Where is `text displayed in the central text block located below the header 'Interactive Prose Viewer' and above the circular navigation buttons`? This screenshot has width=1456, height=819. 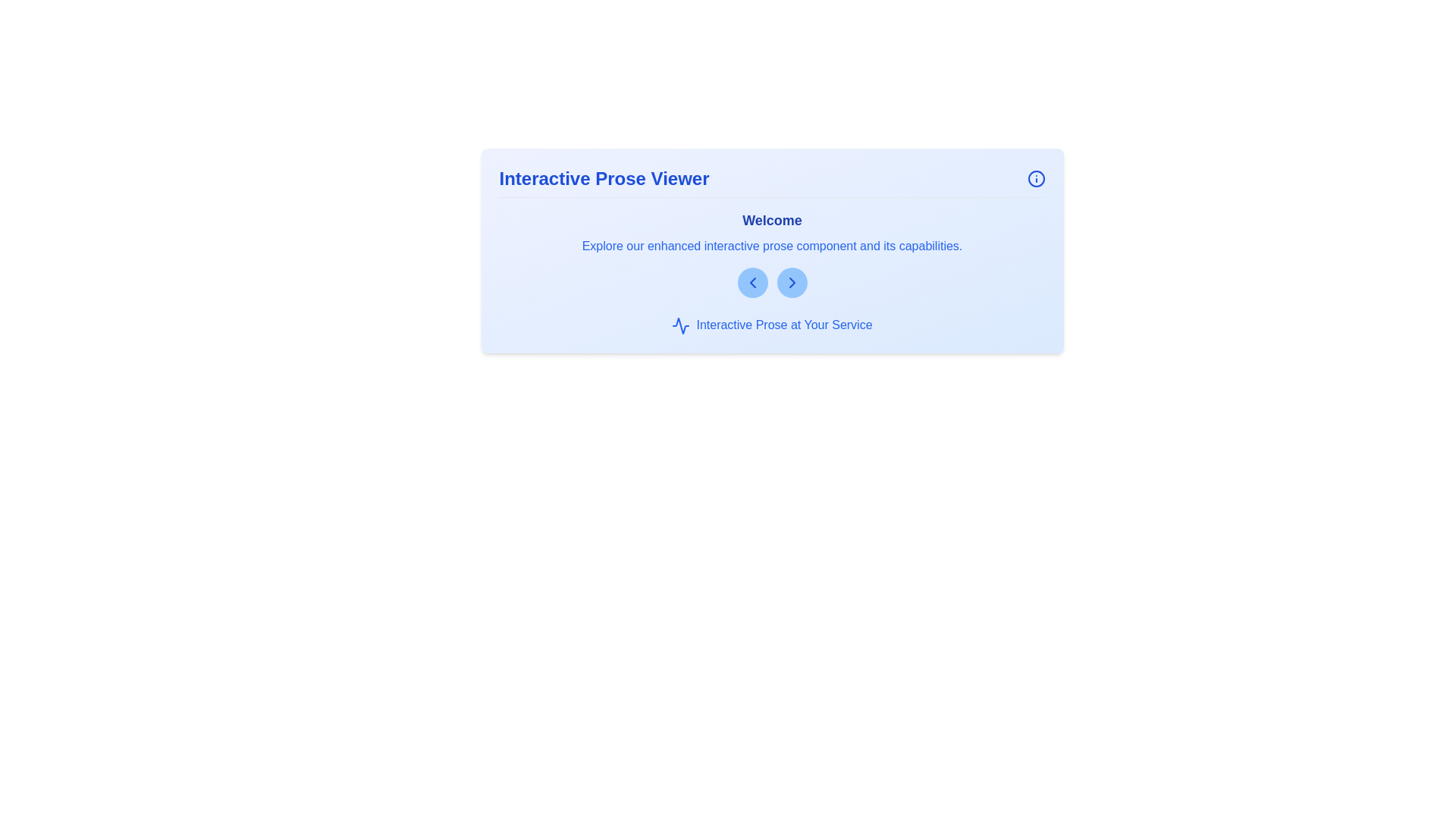 text displayed in the central text block located below the header 'Interactive Prose Viewer' and above the circular navigation buttons is located at coordinates (772, 253).